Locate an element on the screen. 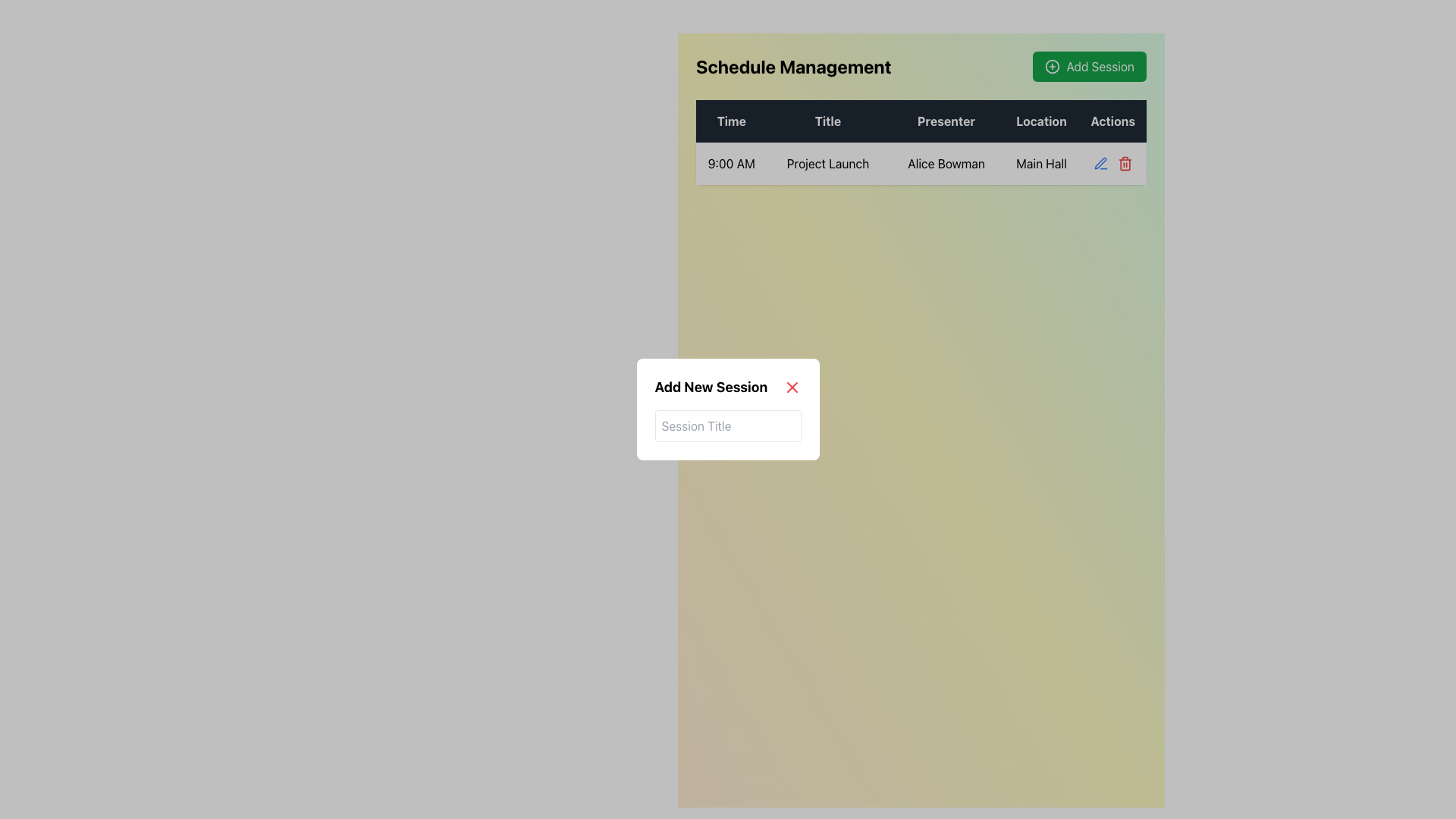 This screenshot has height=819, width=1456. the 'Schedule Management' text label, which is a prominently styled heading located at the top-left of the main content area is located at coordinates (792, 66).